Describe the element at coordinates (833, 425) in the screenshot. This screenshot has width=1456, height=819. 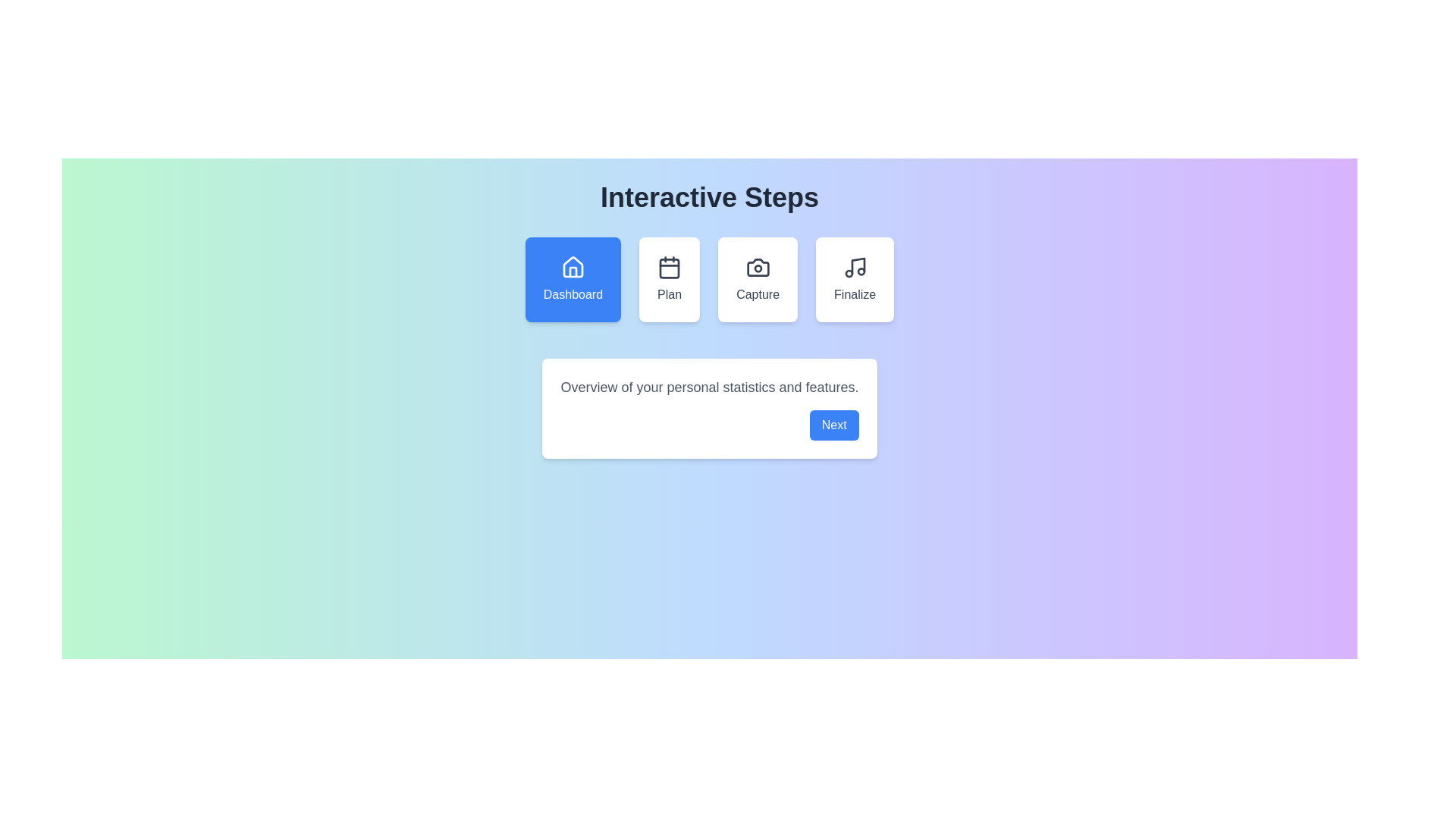
I see `the 'Next' button to navigate to the next step` at that location.